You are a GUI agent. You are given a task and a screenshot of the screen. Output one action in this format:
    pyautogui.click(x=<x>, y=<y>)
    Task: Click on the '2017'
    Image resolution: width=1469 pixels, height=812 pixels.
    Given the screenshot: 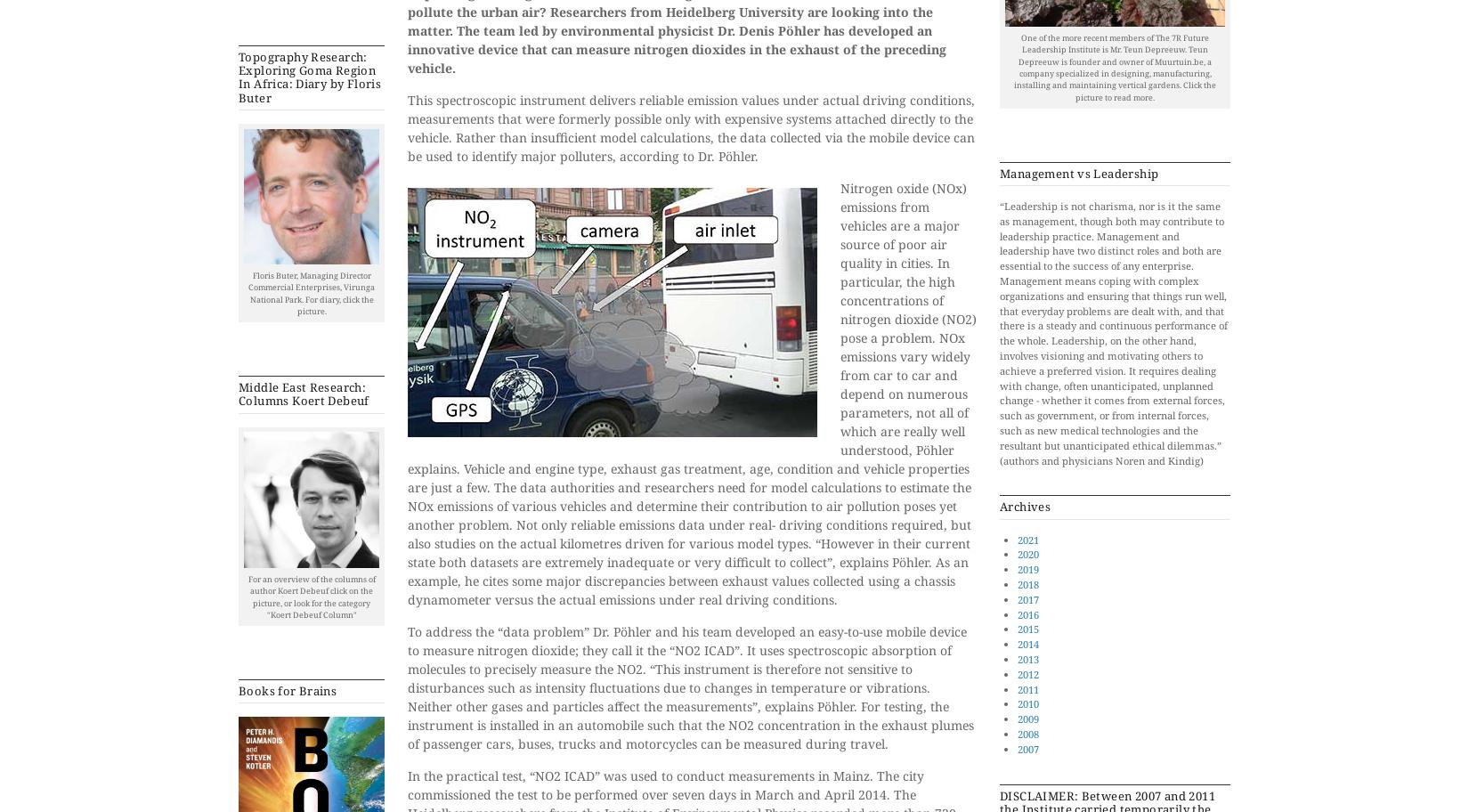 What is the action you would take?
    pyautogui.click(x=1027, y=597)
    